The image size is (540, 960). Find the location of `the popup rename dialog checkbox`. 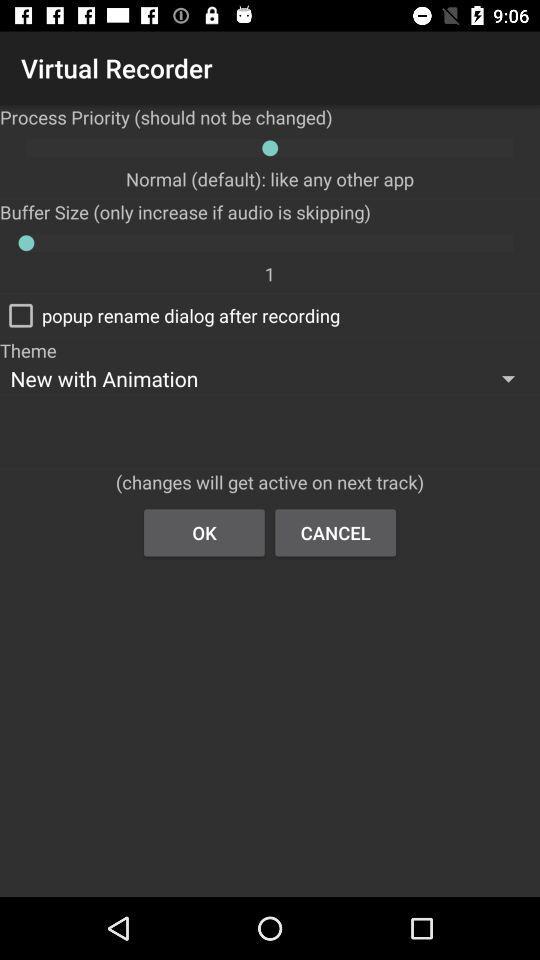

the popup rename dialog checkbox is located at coordinates (170, 315).